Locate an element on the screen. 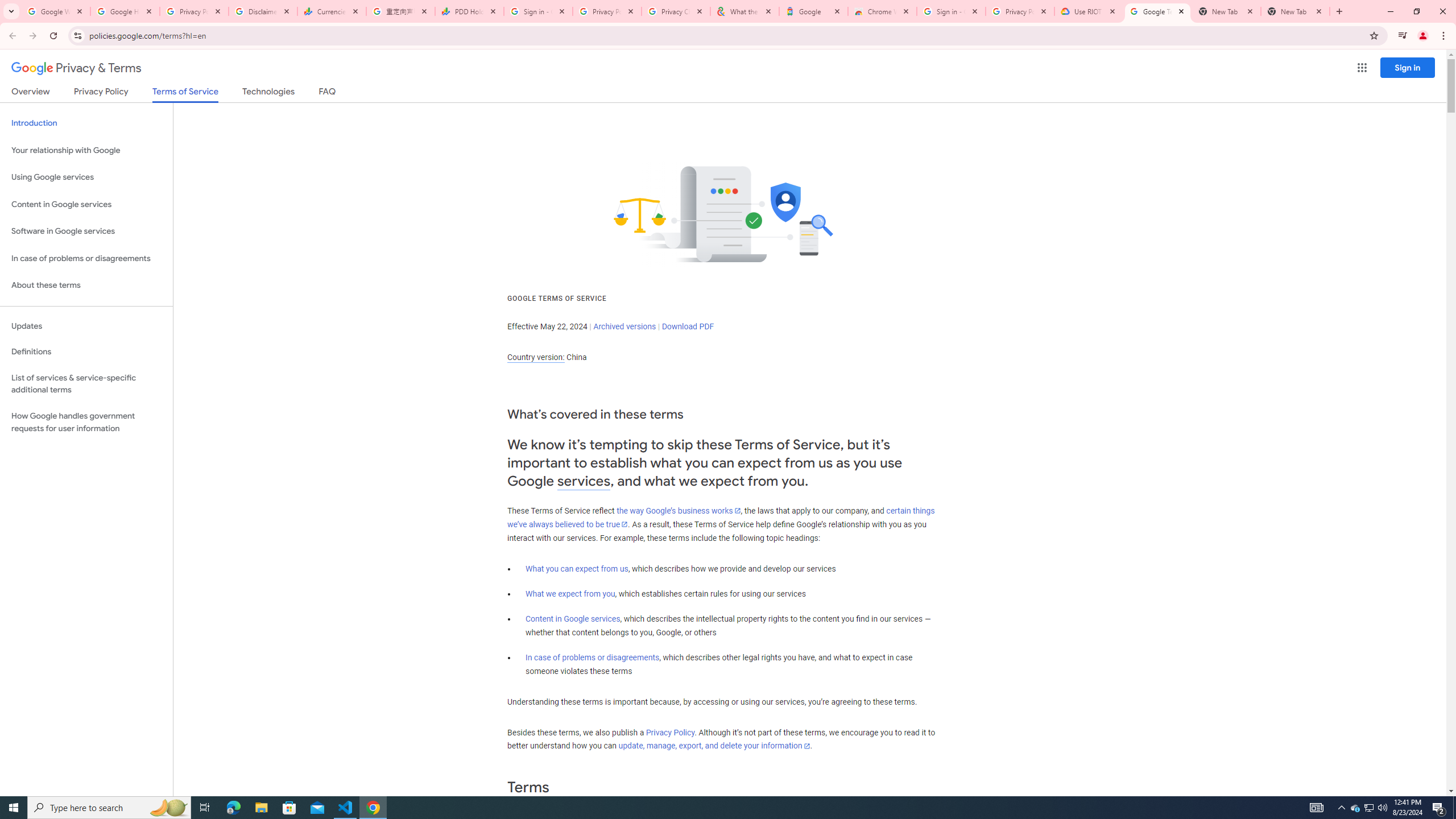 This screenshot has height=819, width=1456. 'Google Workspace Admin Community' is located at coordinates (55, 11).